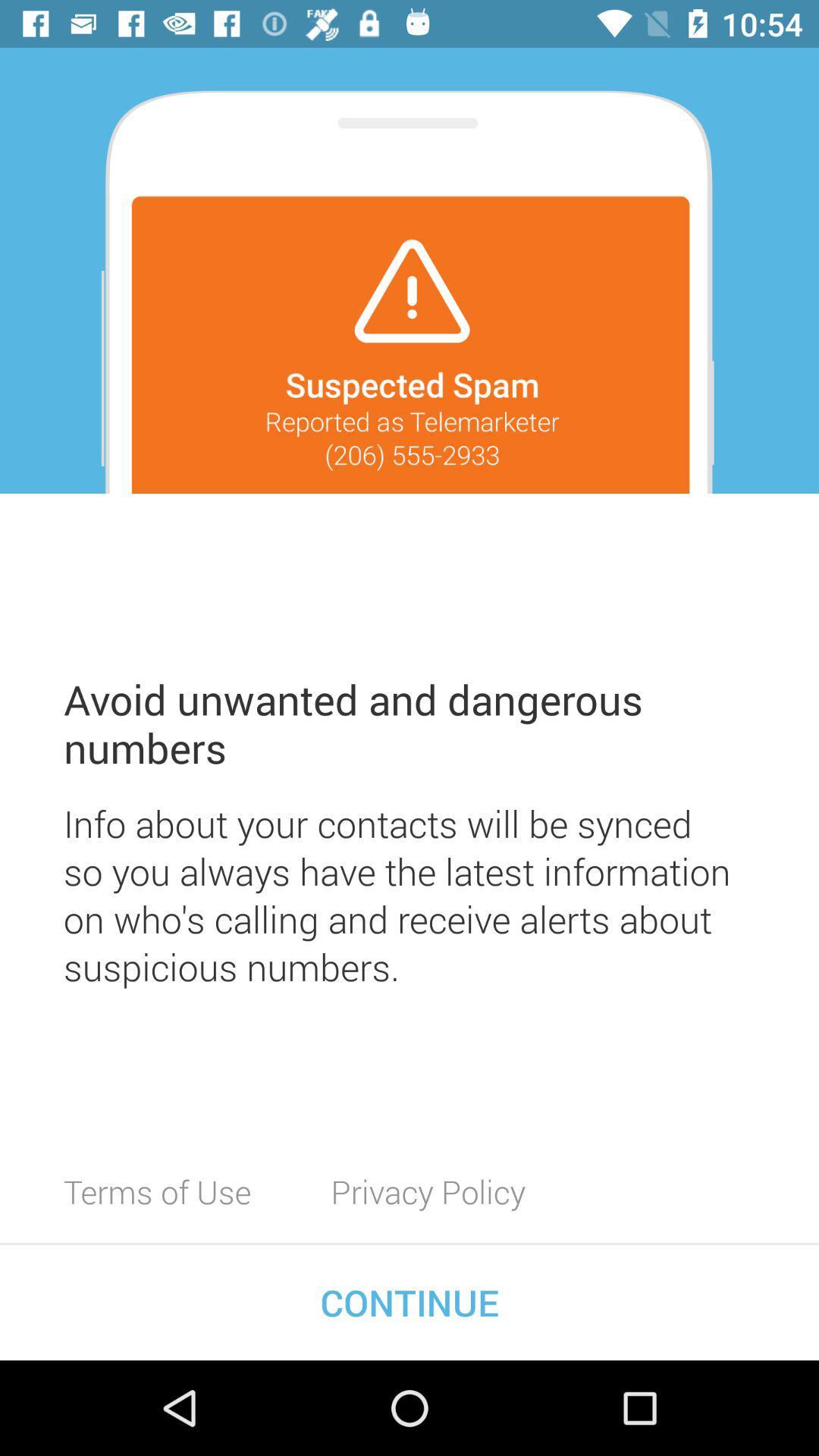 This screenshot has height=1456, width=819. What do you see at coordinates (409, 1301) in the screenshot?
I see `continue` at bounding box center [409, 1301].